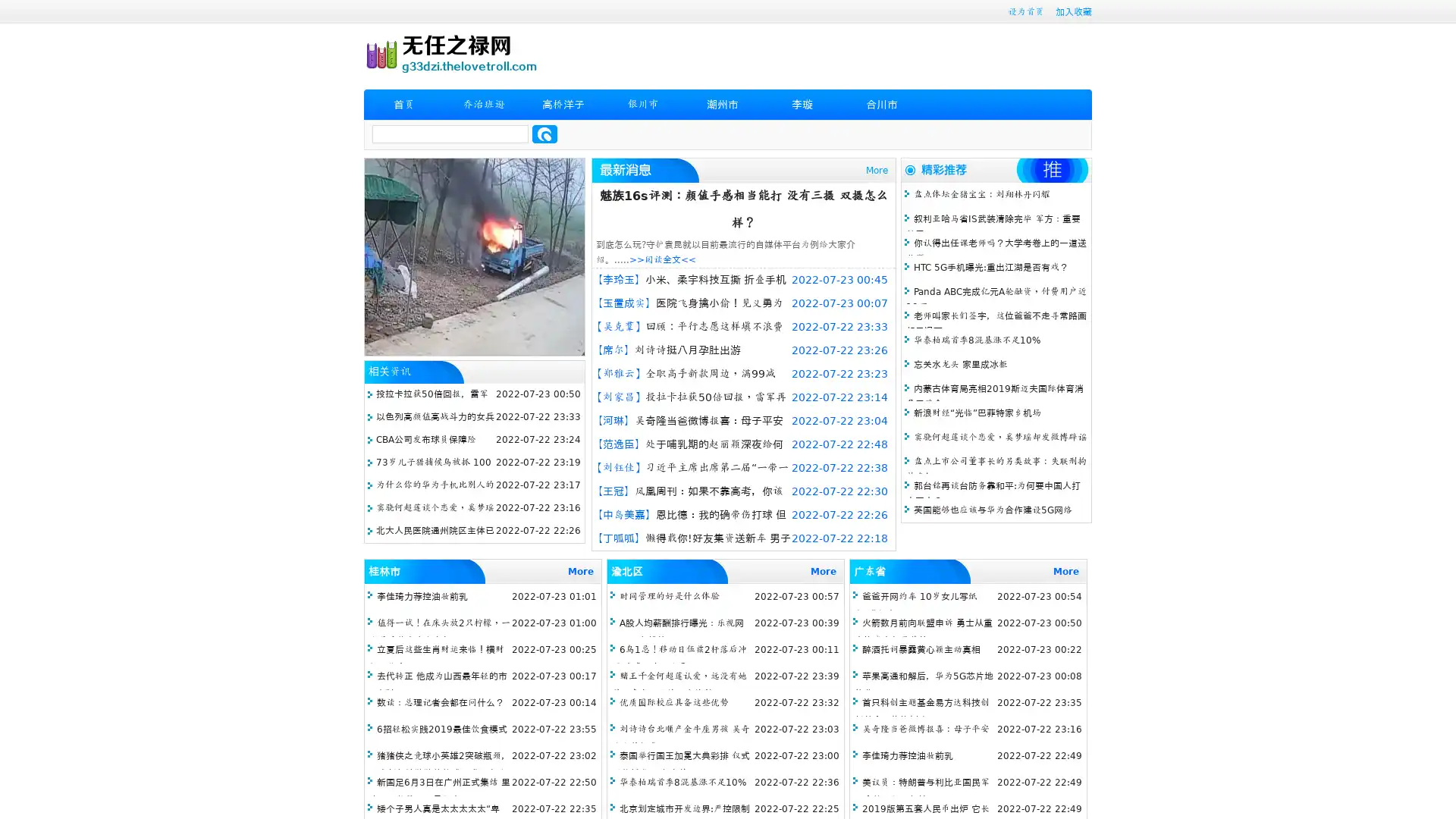  What do you see at coordinates (544, 133) in the screenshot?
I see `Search` at bounding box center [544, 133].